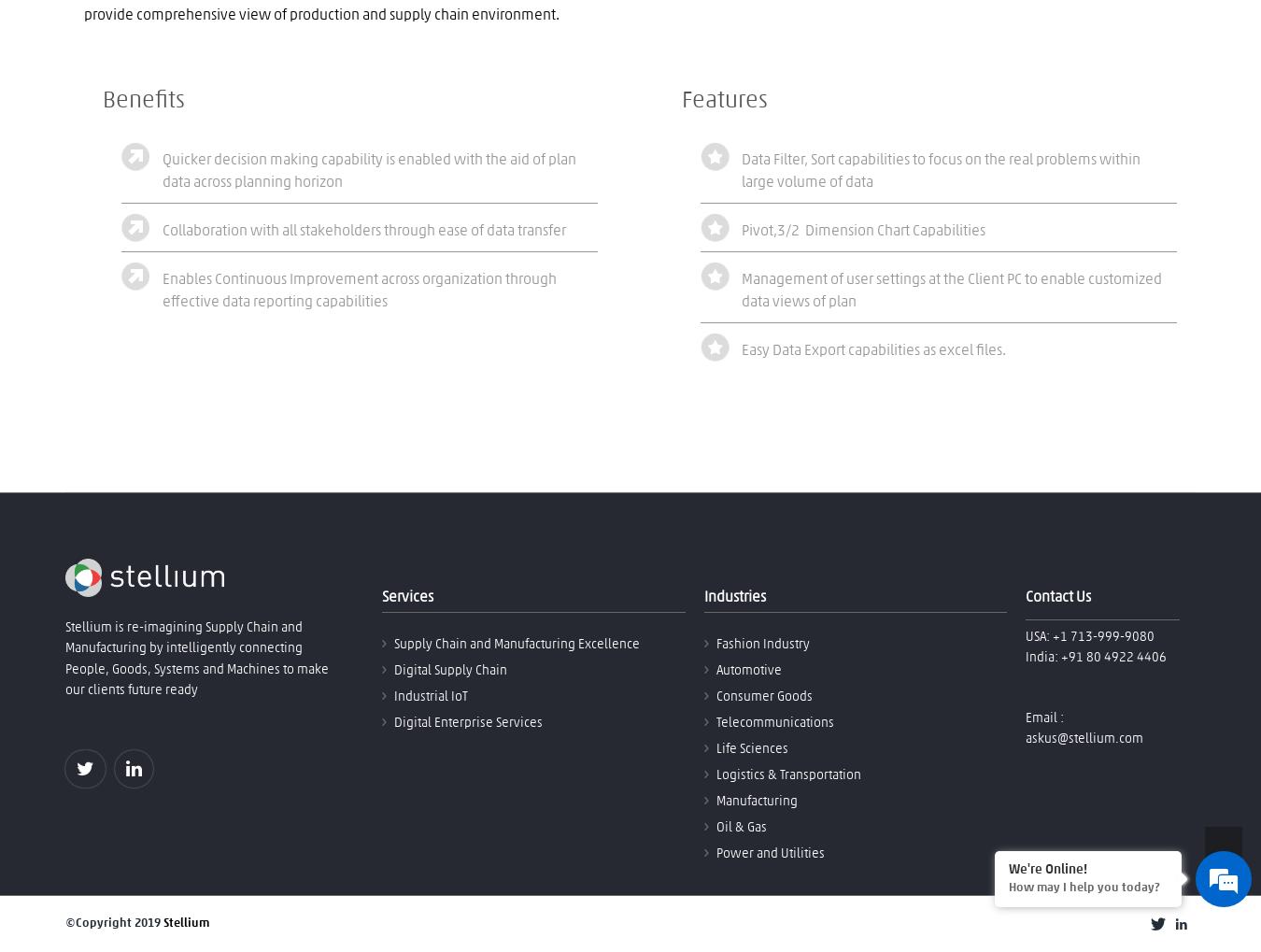  I want to click on 'Industries', so click(732, 597).